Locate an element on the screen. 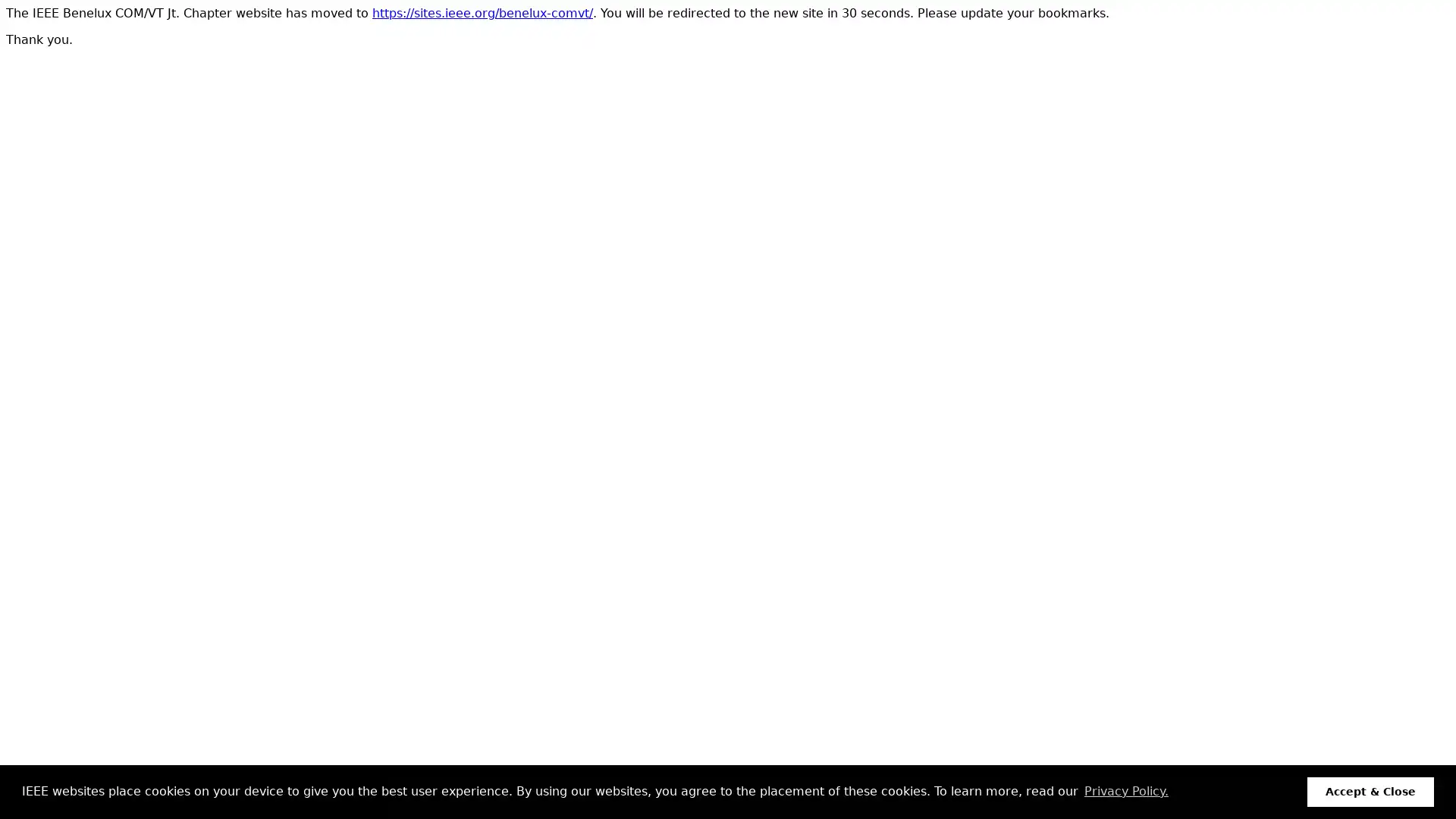  dismiss cookie message is located at coordinates (1370, 791).